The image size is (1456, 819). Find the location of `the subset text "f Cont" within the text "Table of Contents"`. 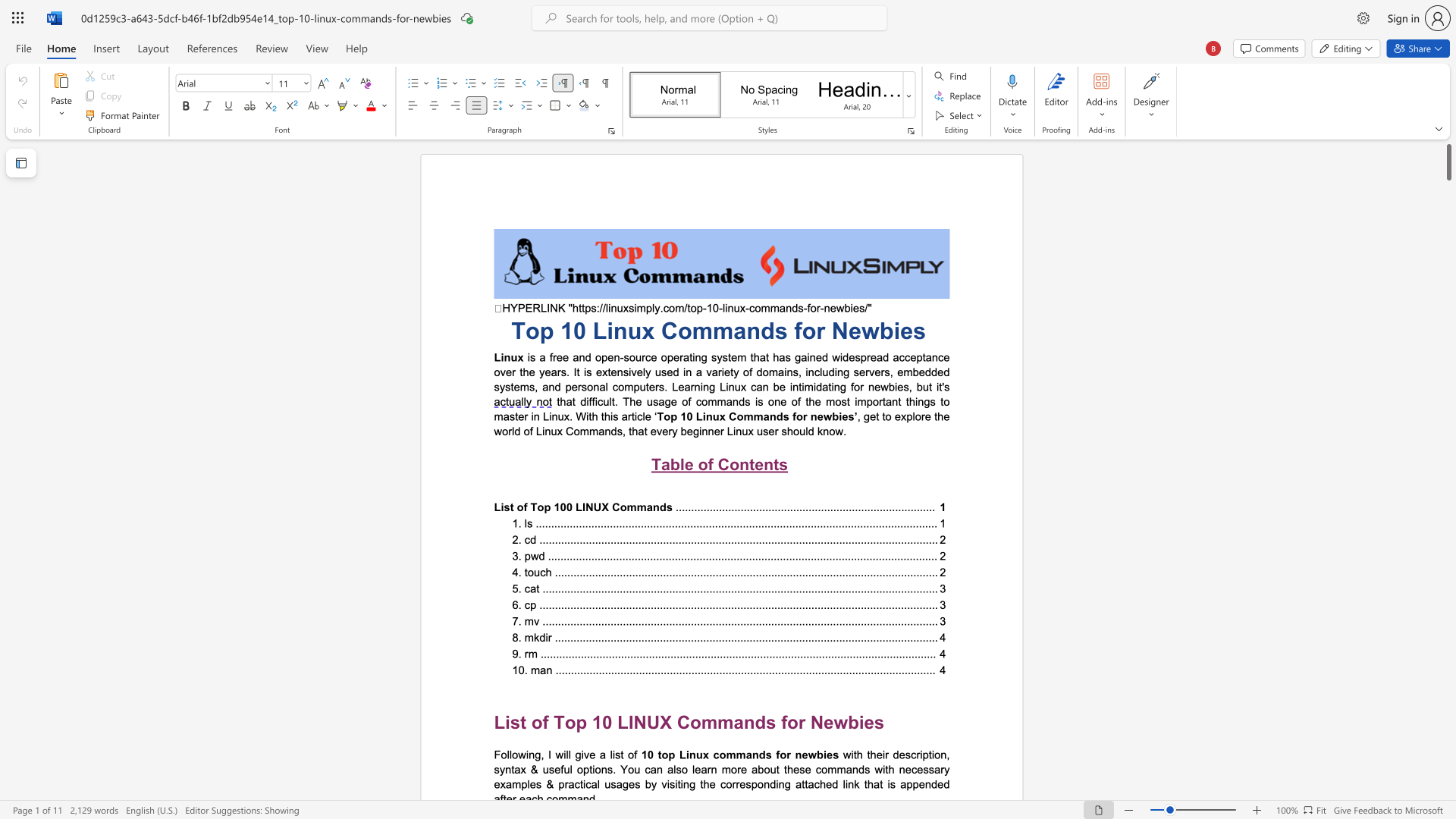

the subset text "f Cont" within the text "Table of Contents" is located at coordinates (707, 463).